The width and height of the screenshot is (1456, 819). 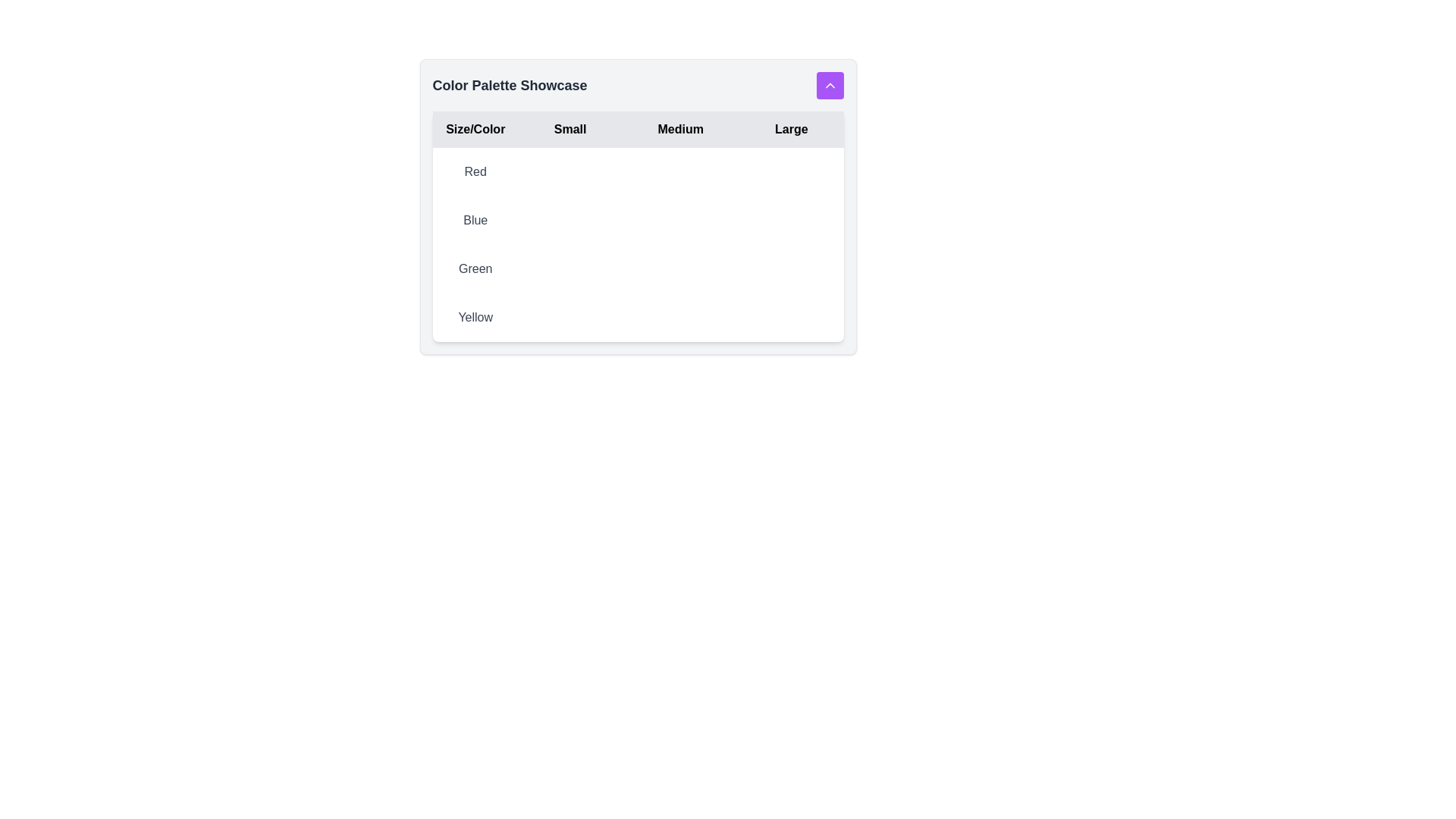 What do you see at coordinates (638, 227) in the screenshot?
I see `the central part of the table titled 'Color Palette Showcase' to interact with the available combinations of sizes and colors` at bounding box center [638, 227].